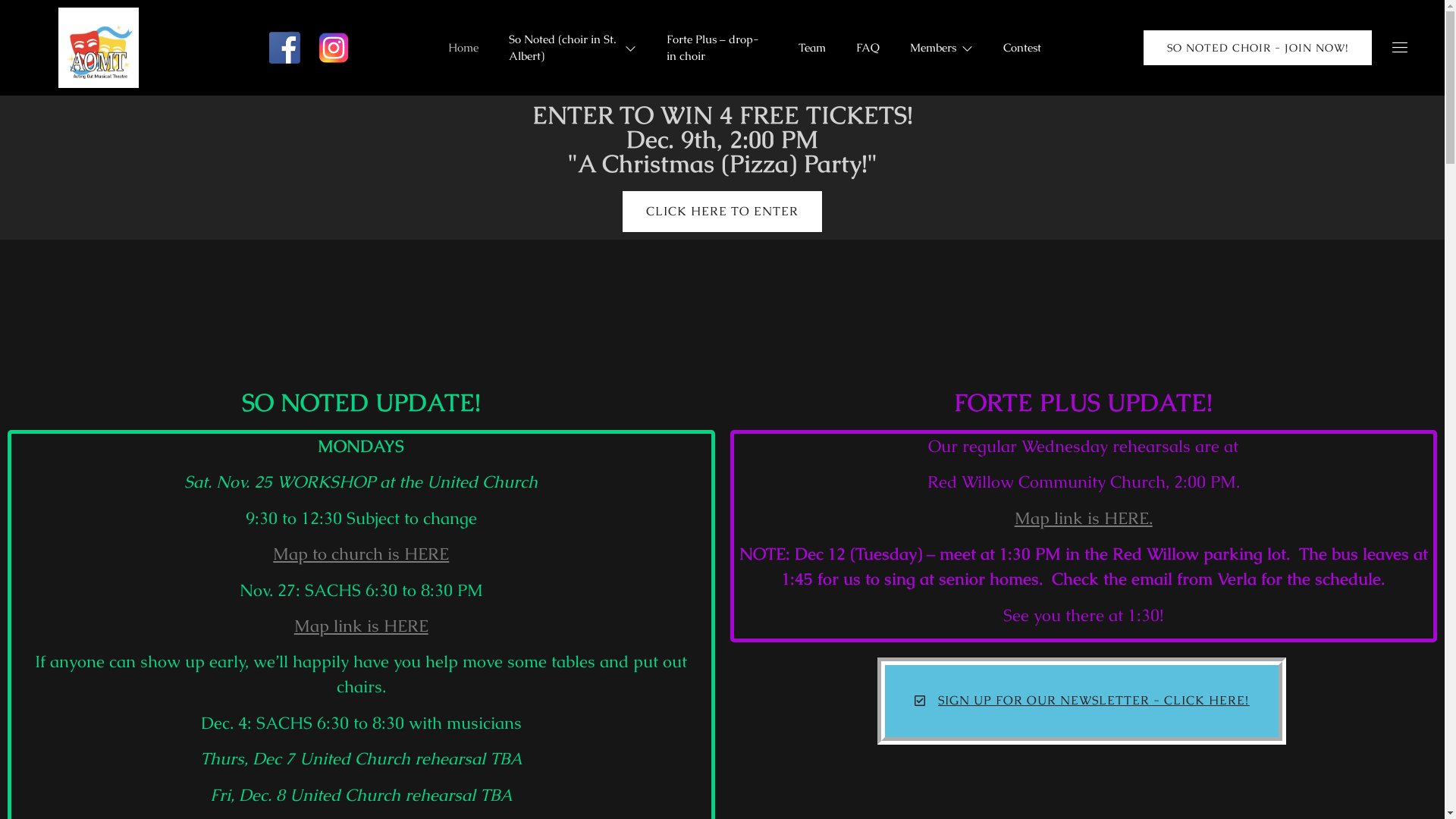 The width and height of the screenshot is (1456, 819). Describe the element at coordinates (940, 46) in the screenshot. I see `'Members'` at that location.